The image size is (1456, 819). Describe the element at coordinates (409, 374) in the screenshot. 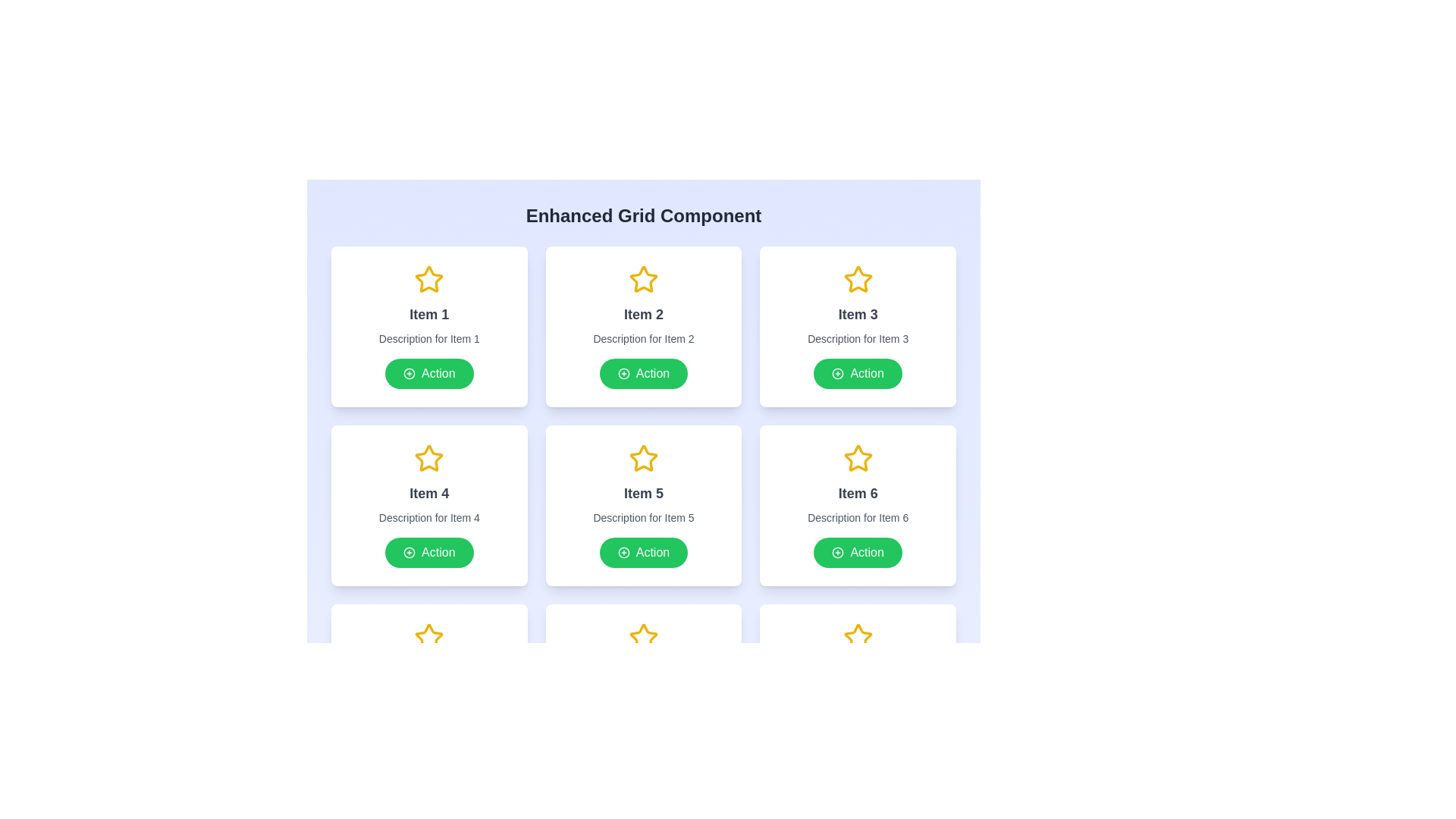

I see `the green circular 'plus' icon located in the middle section of the 'Action' button at the bottom of the 'Item 1' card` at that location.